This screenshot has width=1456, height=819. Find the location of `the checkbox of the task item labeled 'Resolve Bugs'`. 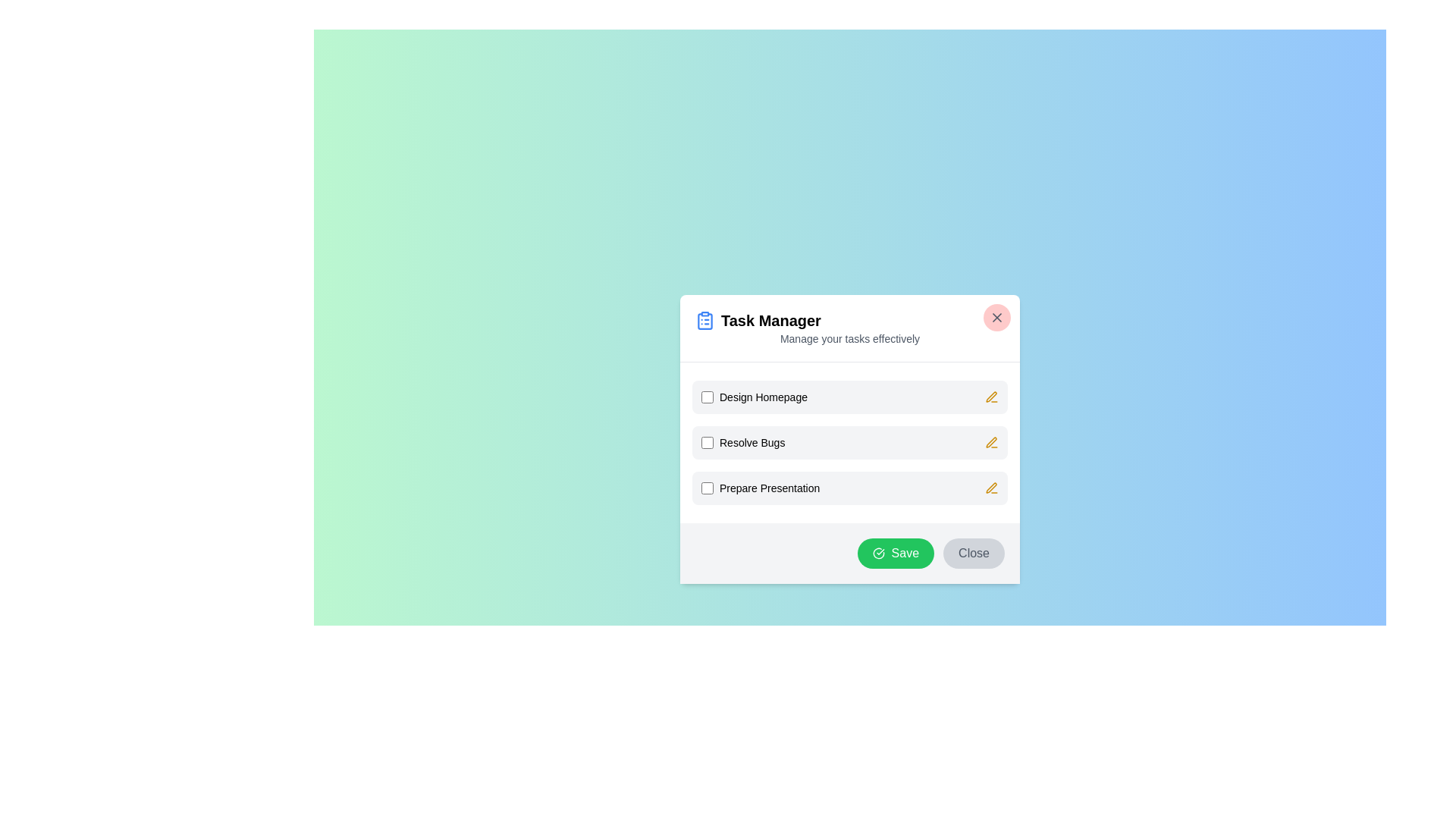

the checkbox of the task item labeled 'Resolve Bugs' is located at coordinates (742, 441).